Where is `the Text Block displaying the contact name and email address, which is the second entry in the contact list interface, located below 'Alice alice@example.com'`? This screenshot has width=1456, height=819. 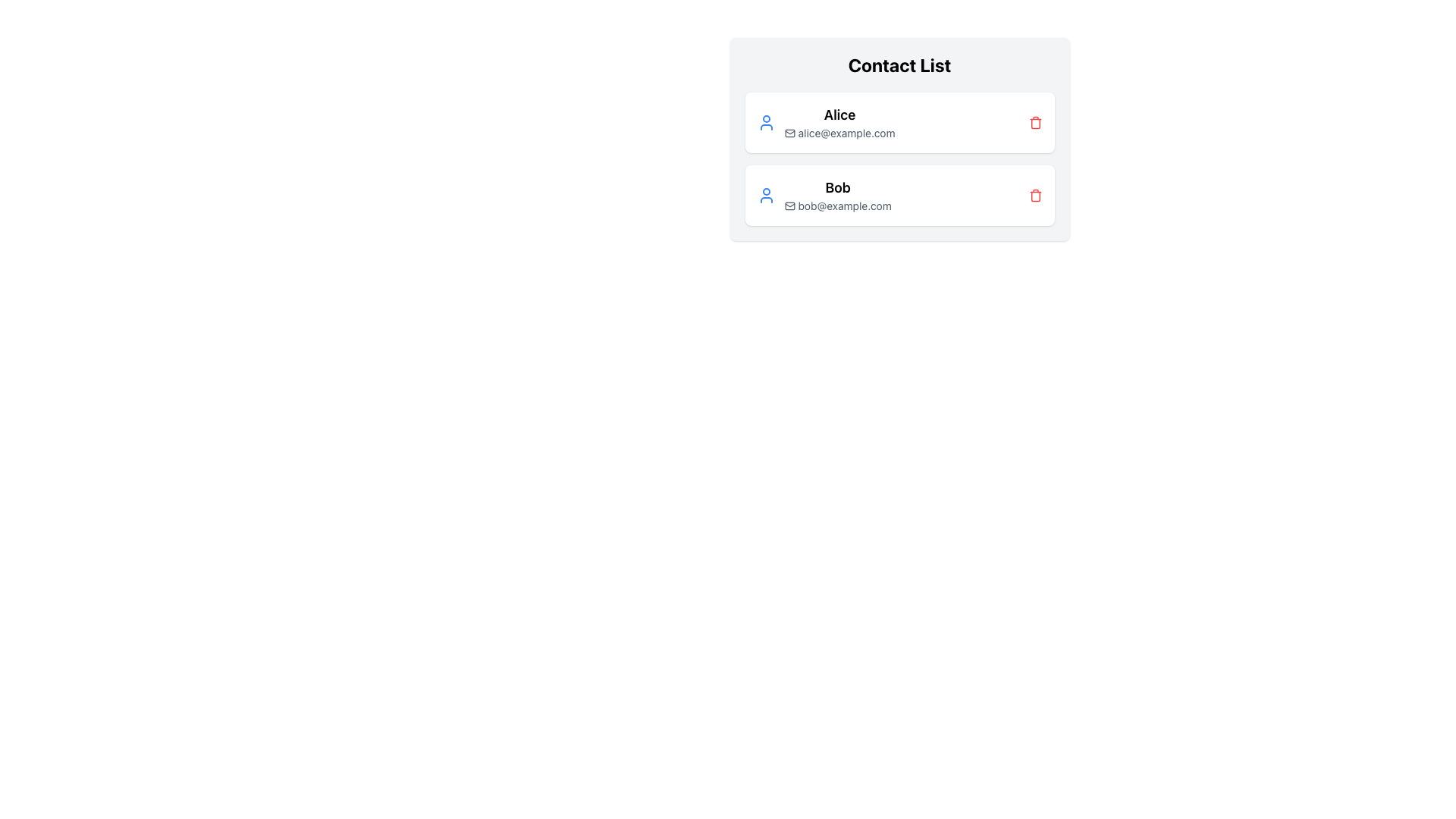
the Text Block displaying the contact name and email address, which is the second entry in the contact list interface, located below 'Alice alice@example.com' is located at coordinates (837, 195).